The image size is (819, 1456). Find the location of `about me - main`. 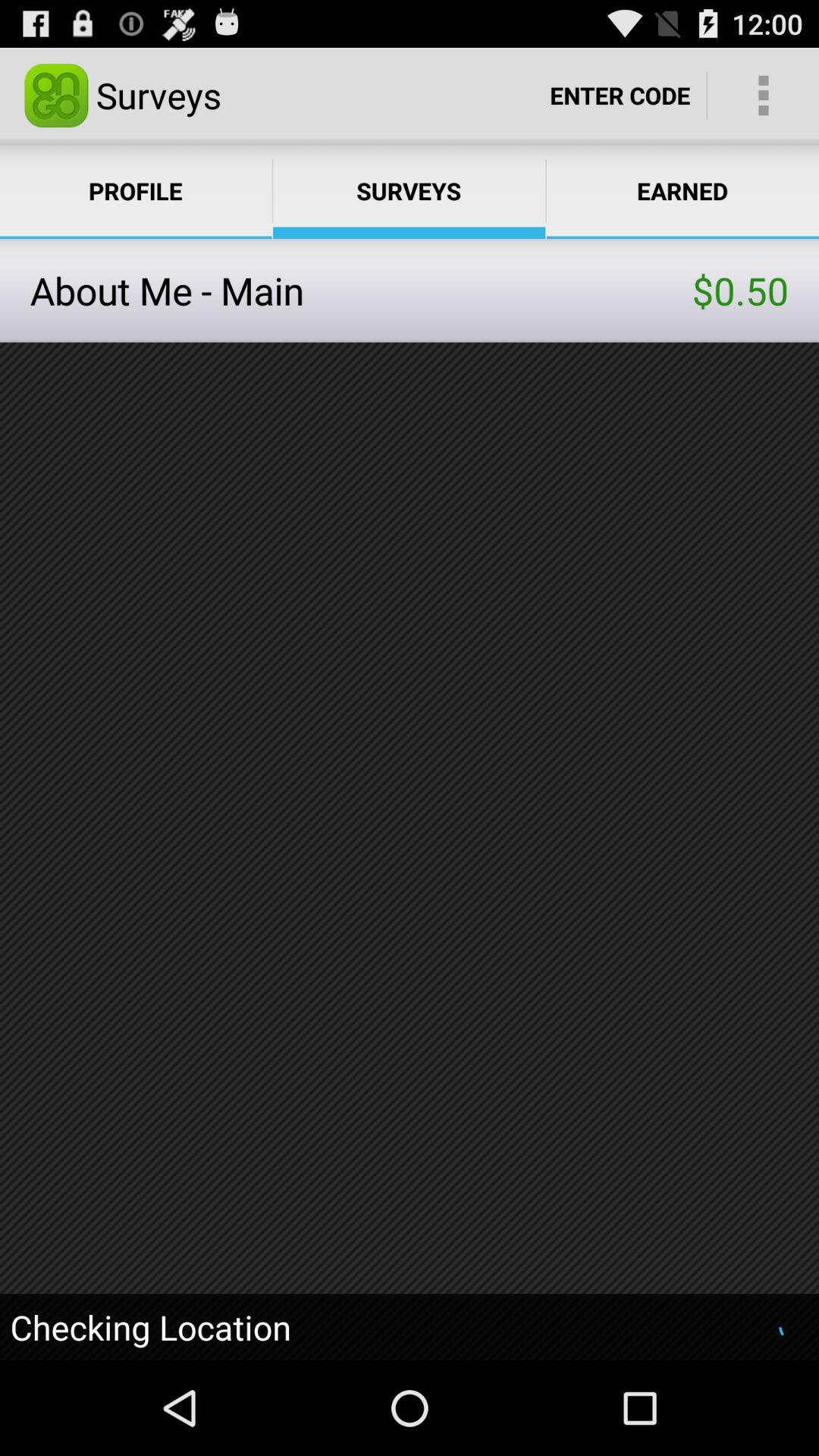

about me - main is located at coordinates (361, 290).